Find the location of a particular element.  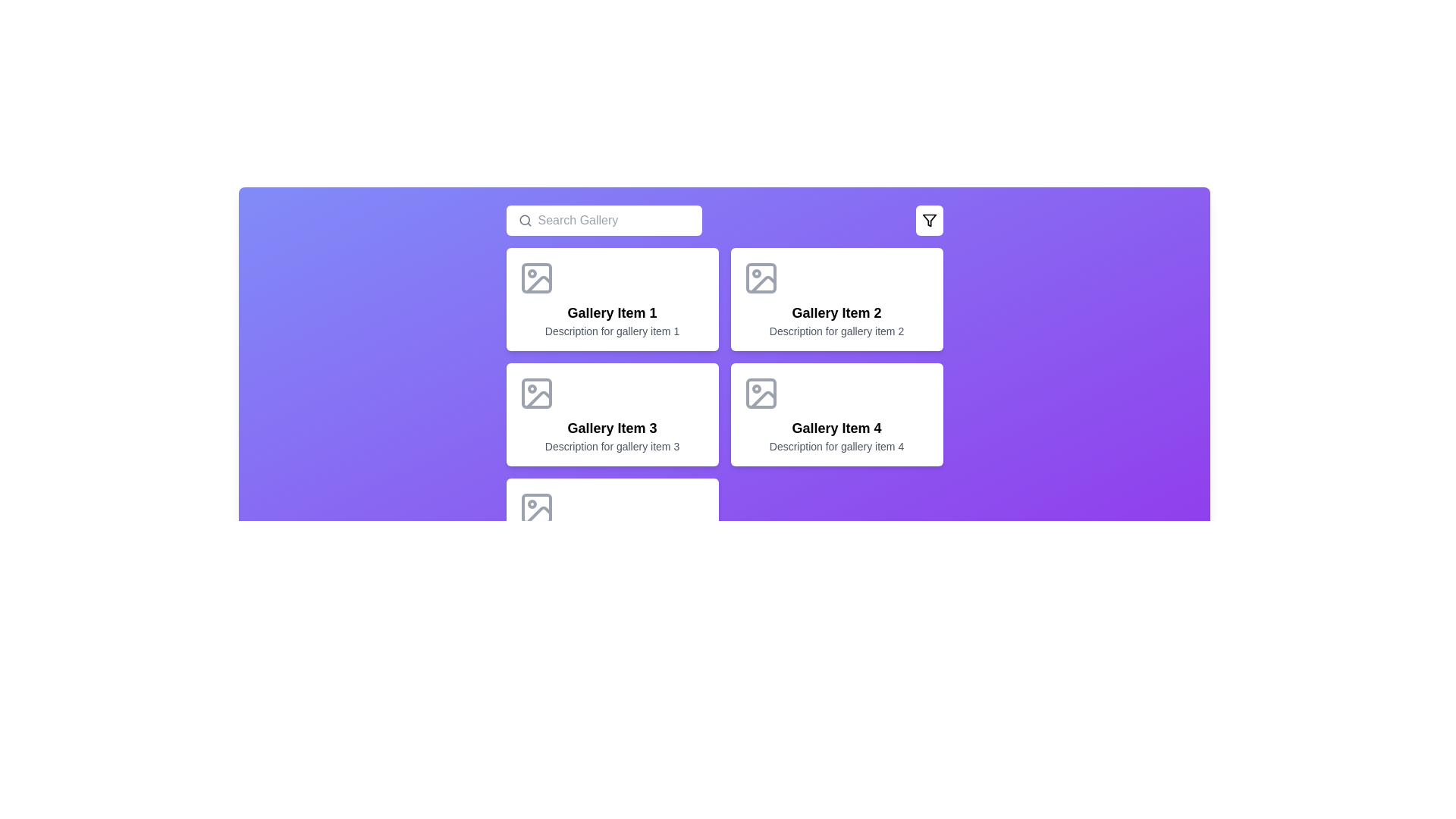

the gallery item icon located in the second row and second column of the gallery grid layout, specifically the Icon representing an image-related feature for 'Gallery Item 4' is located at coordinates (763, 399).